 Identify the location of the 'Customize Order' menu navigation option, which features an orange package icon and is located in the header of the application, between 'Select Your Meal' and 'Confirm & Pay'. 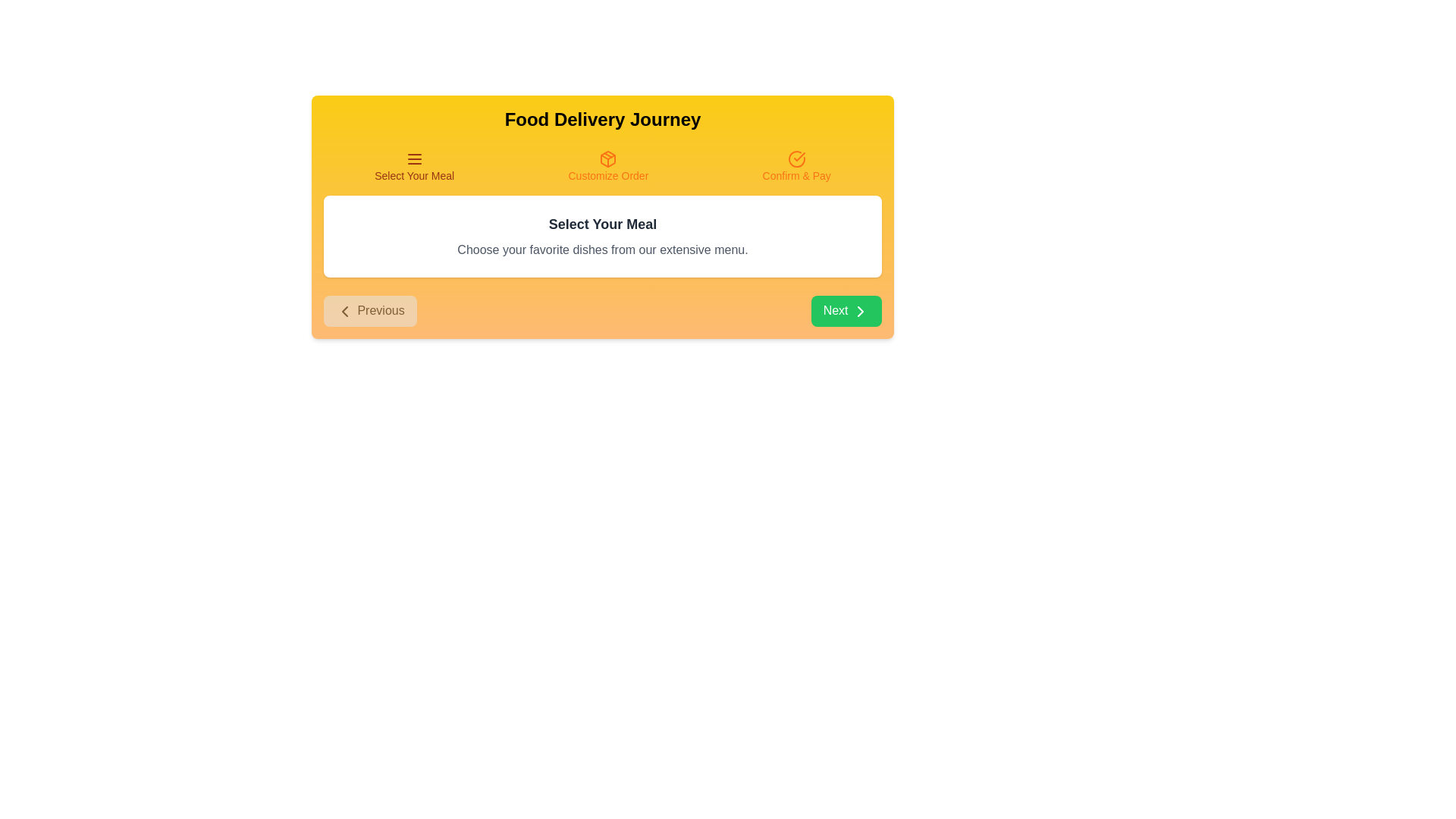
(608, 166).